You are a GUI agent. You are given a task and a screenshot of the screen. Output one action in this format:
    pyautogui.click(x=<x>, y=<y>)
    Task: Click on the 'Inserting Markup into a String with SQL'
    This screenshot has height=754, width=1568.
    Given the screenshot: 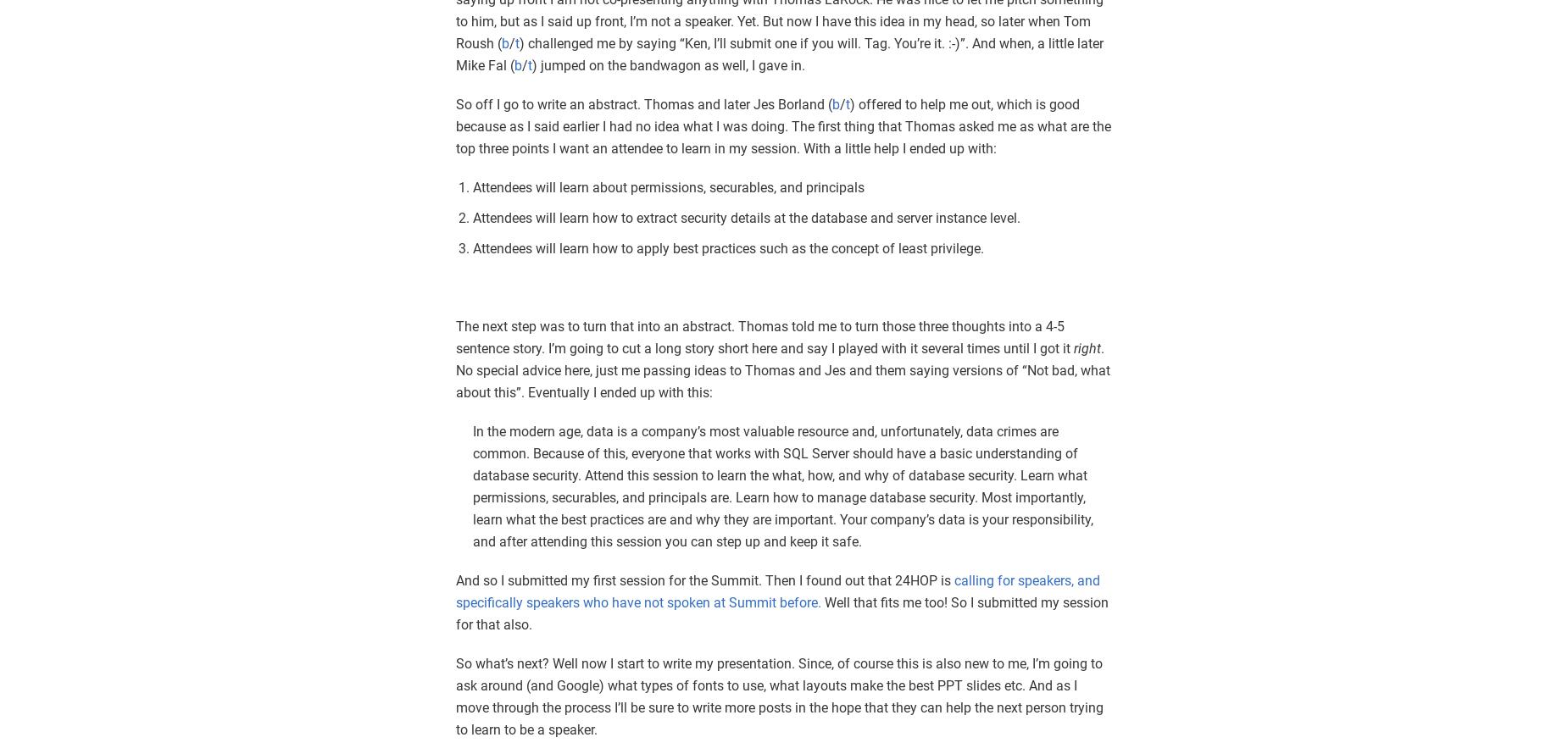 What is the action you would take?
    pyautogui.click(x=633, y=275)
    